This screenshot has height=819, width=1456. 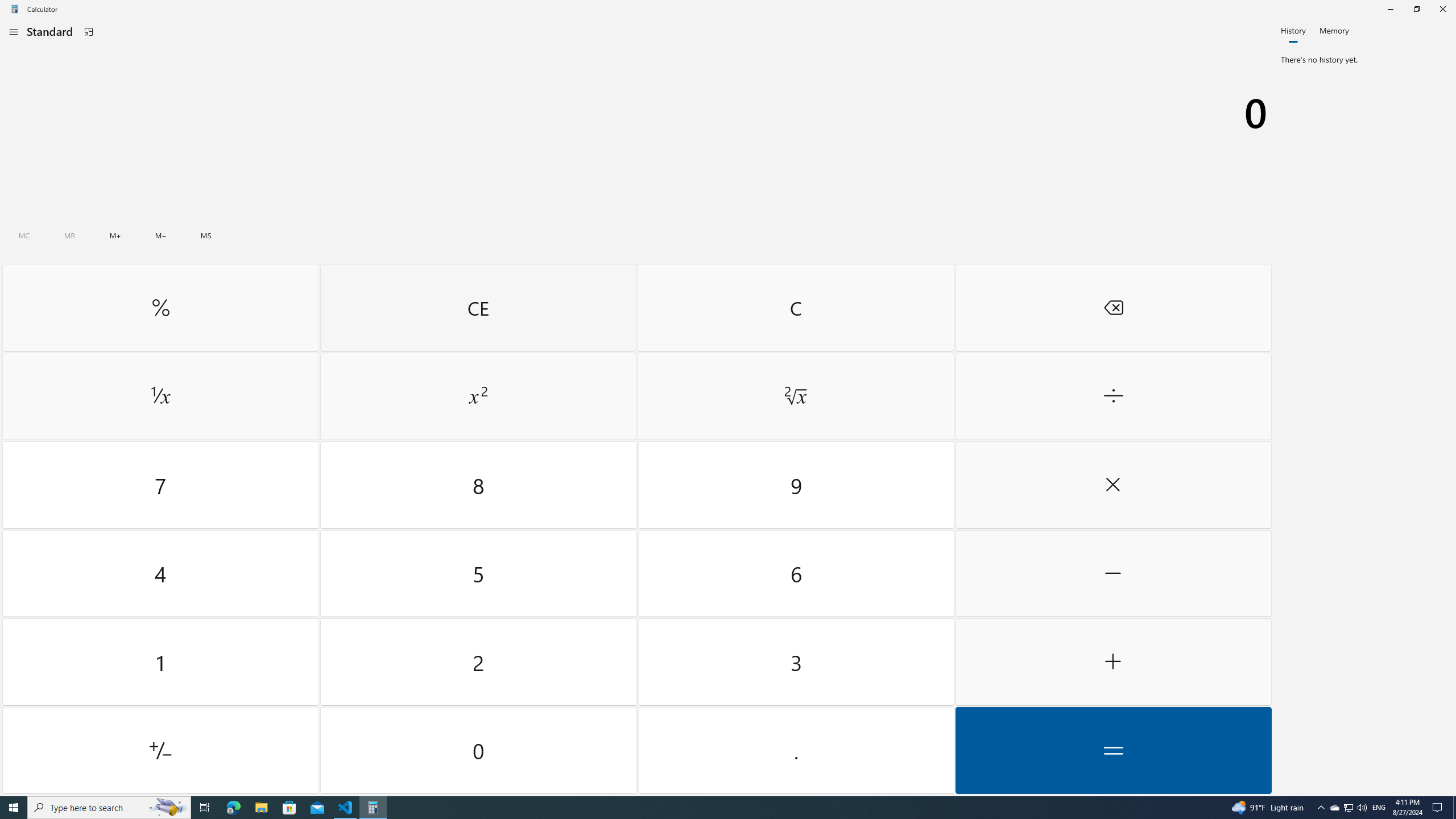 What do you see at coordinates (24, 235) in the screenshot?
I see `'Clear all memory'` at bounding box center [24, 235].